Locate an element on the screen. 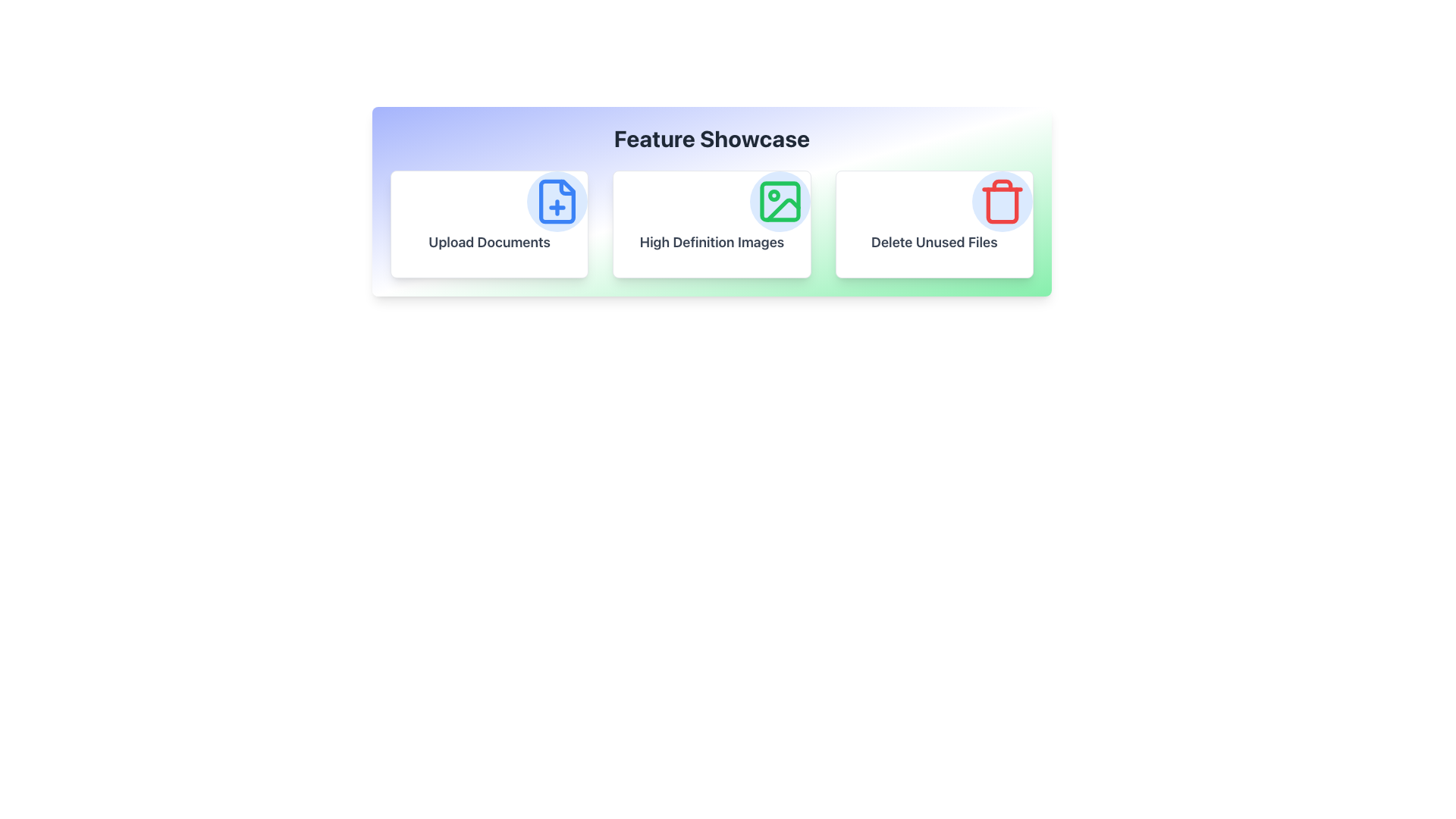  the circular blue icon with a file symbol and plus sign located in the top-right corner of the 'Upload Documents' card is located at coordinates (557, 201).